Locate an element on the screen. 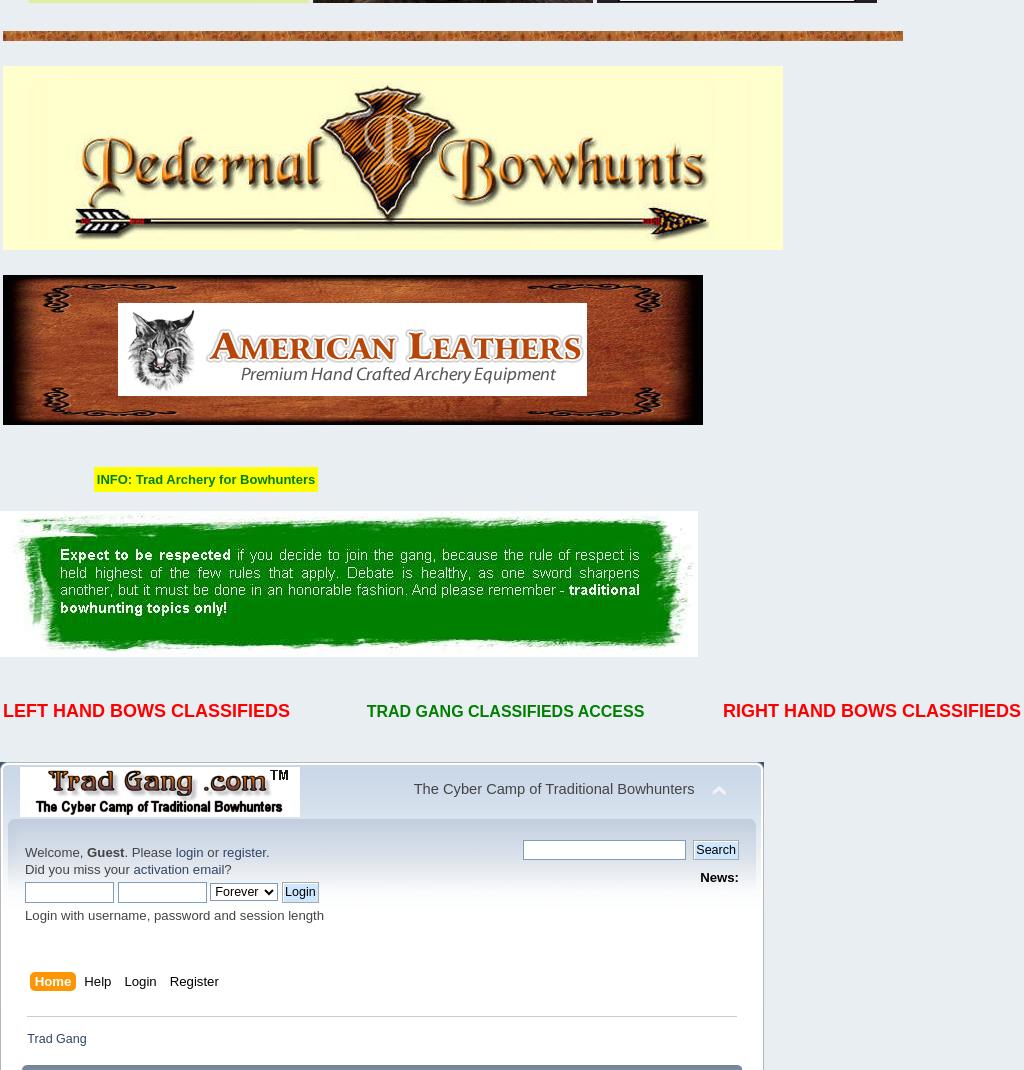 The image size is (1024, 1070). 'The Cyber Camp of Traditional Bowhunters' is located at coordinates (553, 788).